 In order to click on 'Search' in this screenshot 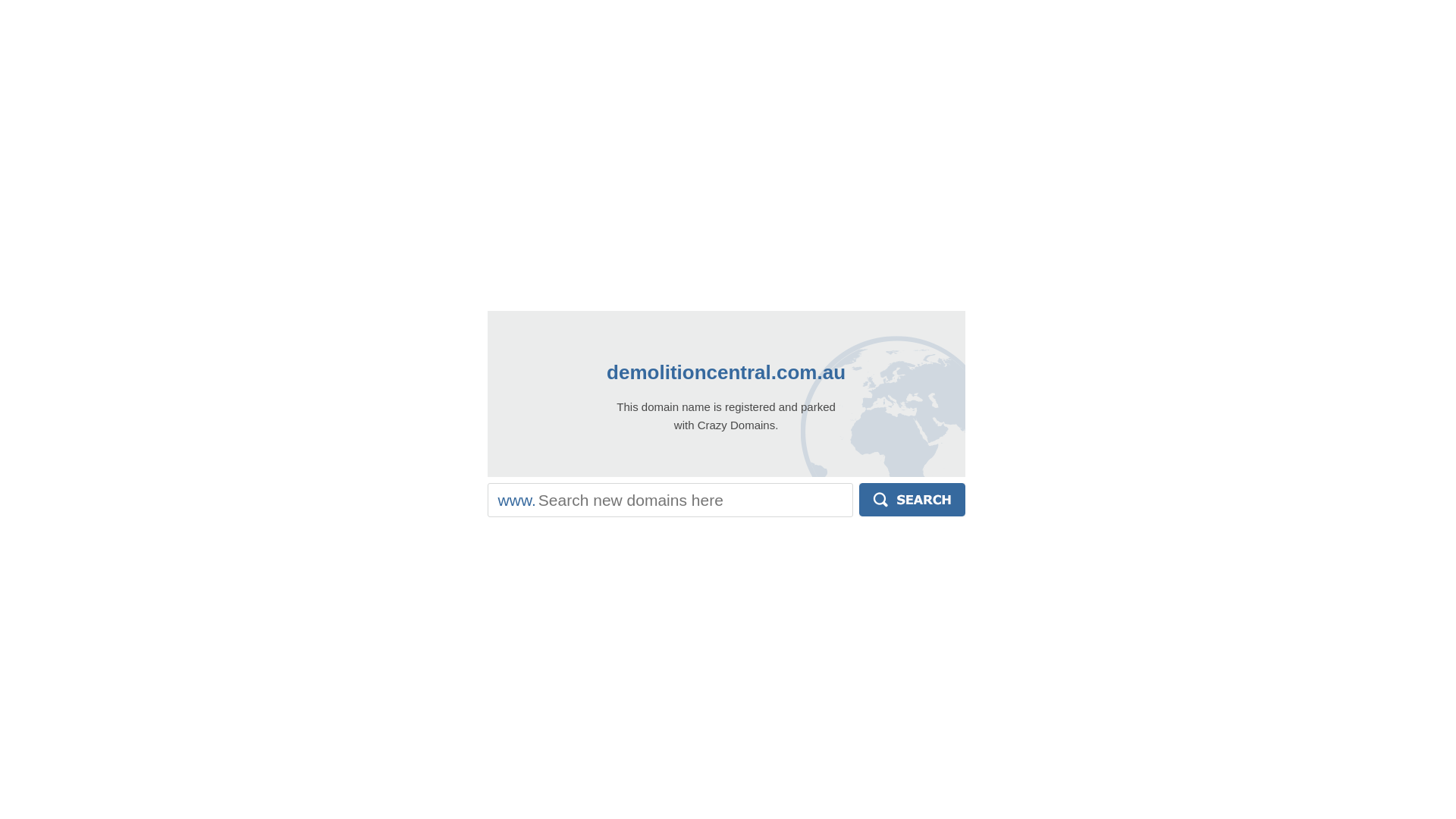, I will do `click(912, 500)`.